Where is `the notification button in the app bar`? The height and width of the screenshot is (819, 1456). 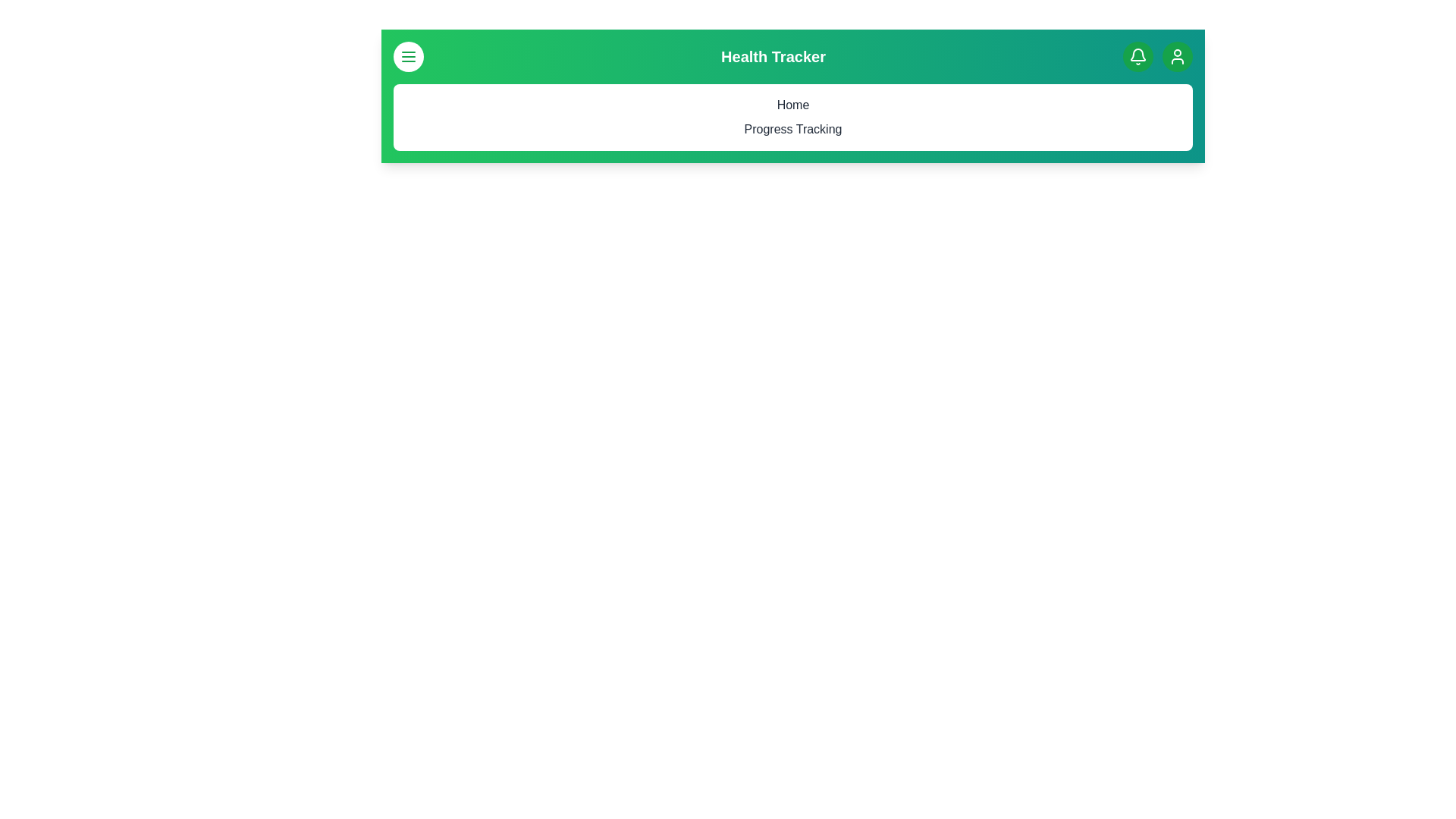 the notification button in the app bar is located at coordinates (1138, 55).